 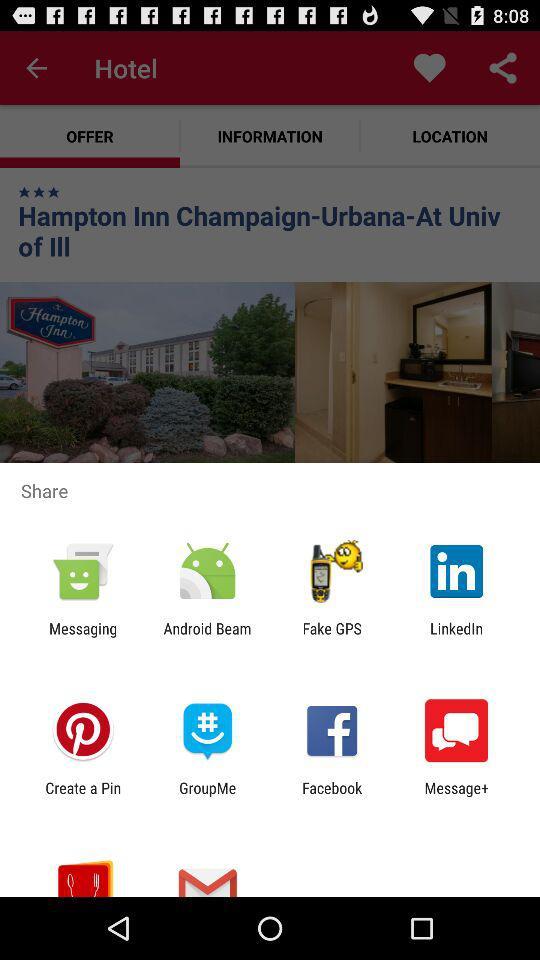 What do you see at coordinates (206, 636) in the screenshot?
I see `the android beam icon` at bounding box center [206, 636].